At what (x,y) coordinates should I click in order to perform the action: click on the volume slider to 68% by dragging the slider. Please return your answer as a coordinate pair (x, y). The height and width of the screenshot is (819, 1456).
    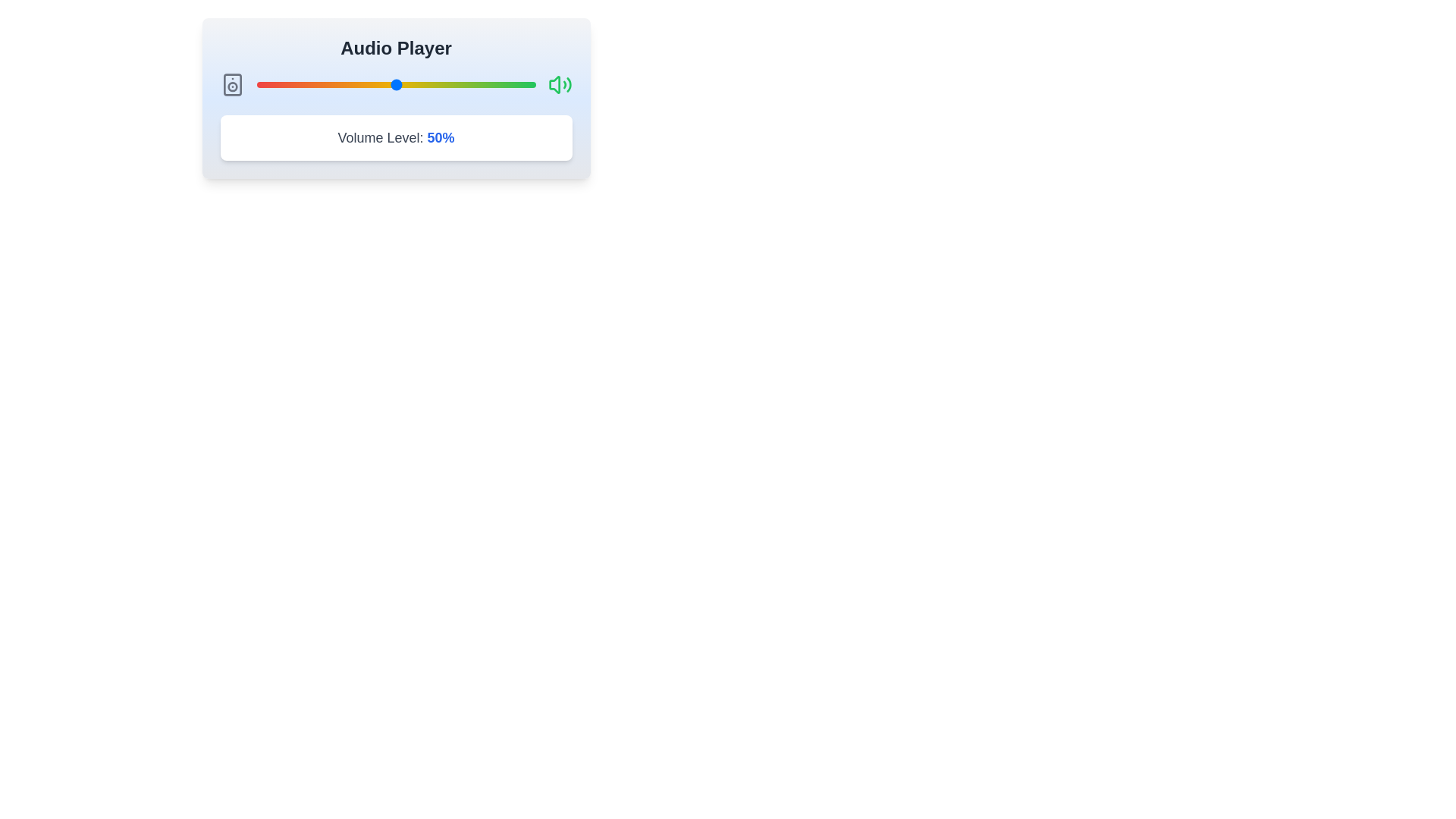
    Looking at the image, I should click on (445, 84).